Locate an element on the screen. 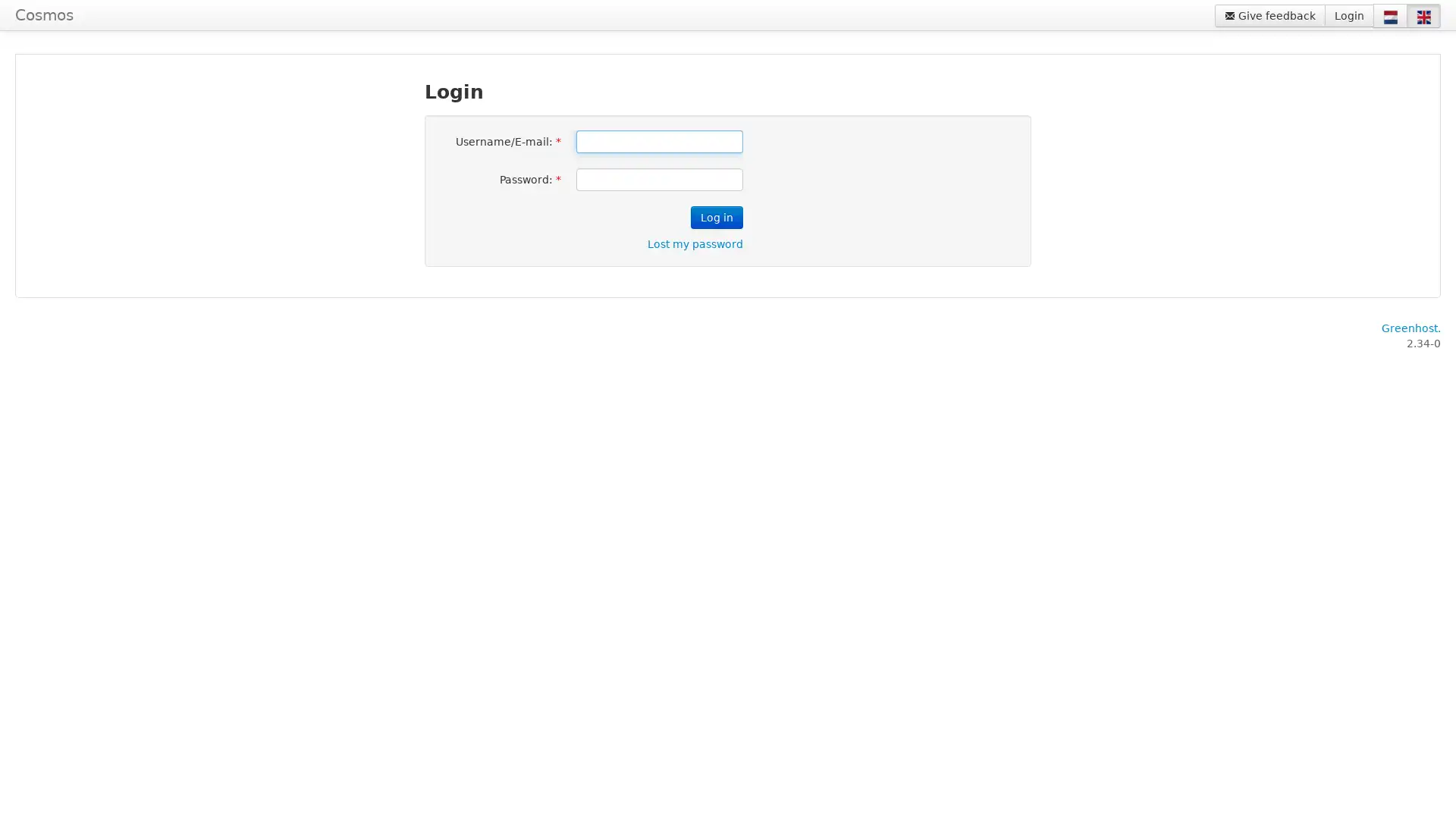 The height and width of the screenshot is (819, 1456). Log in is located at coordinates (716, 217).